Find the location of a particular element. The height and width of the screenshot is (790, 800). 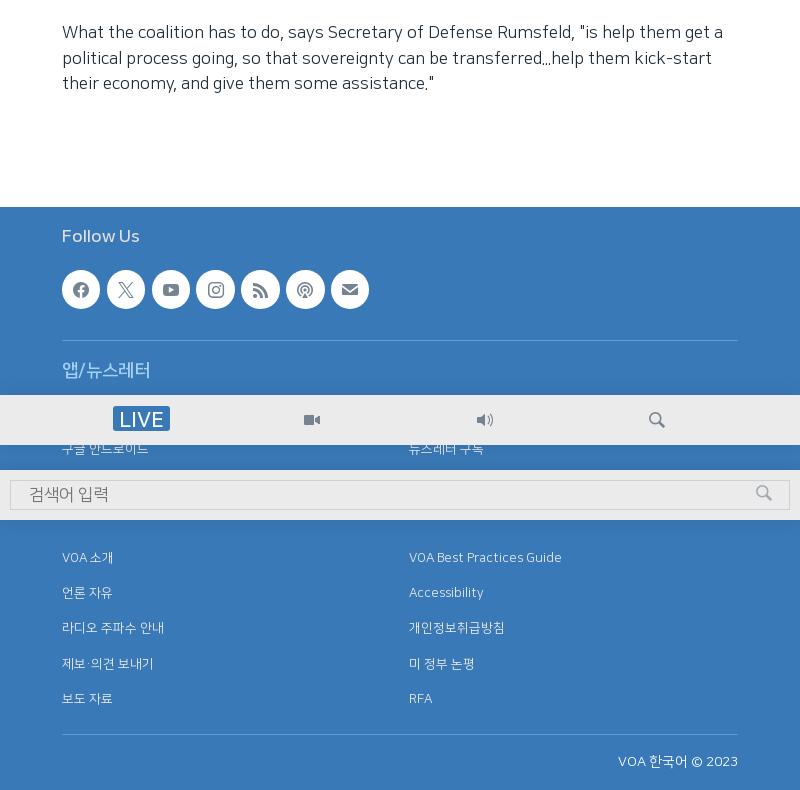

'앱/뉴스레터' is located at coordinates (105, 370).